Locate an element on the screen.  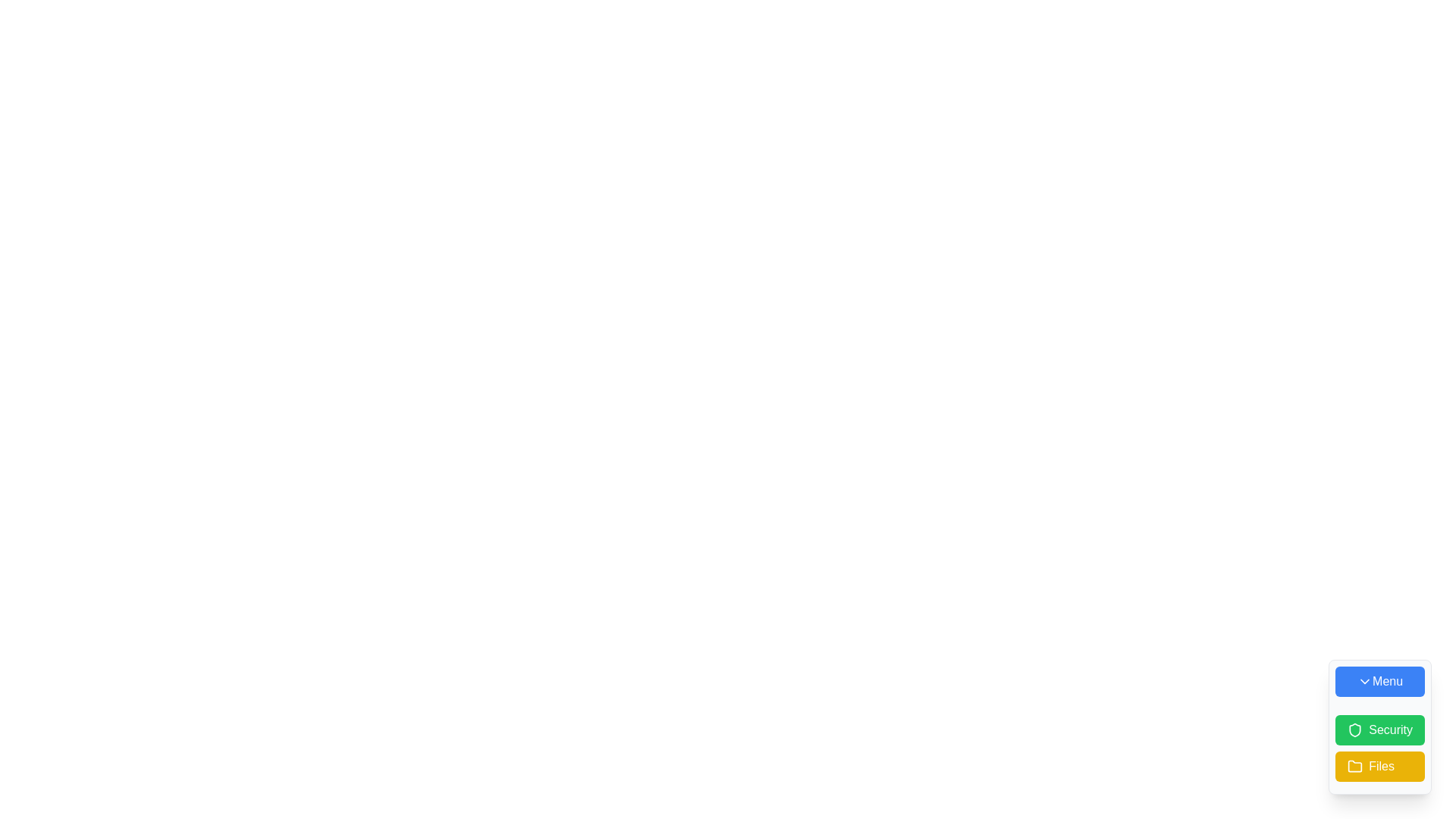
the shield icon located to the left of the text 'Security' within the green button labeled 'Security' is located at coordinates (1355, 730).